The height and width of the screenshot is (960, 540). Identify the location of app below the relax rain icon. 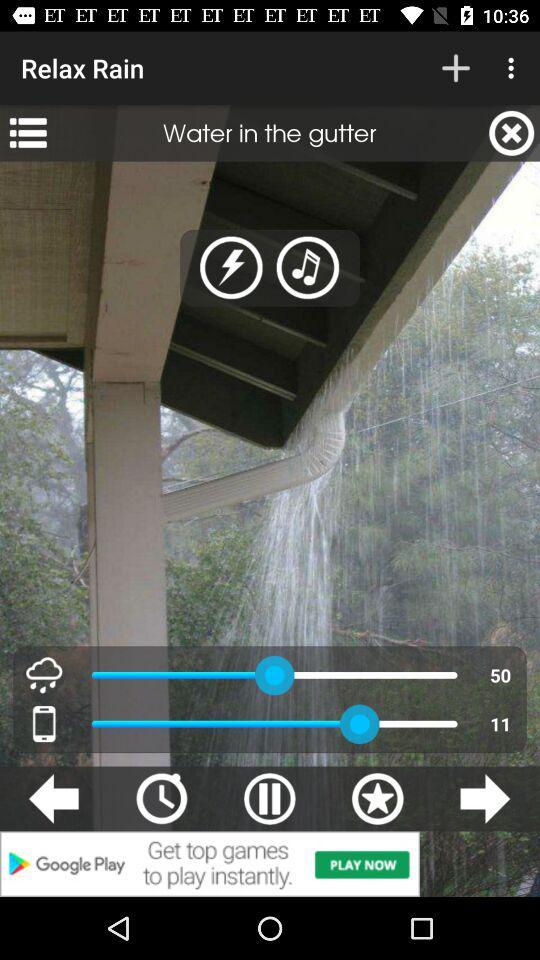
(27, 132).